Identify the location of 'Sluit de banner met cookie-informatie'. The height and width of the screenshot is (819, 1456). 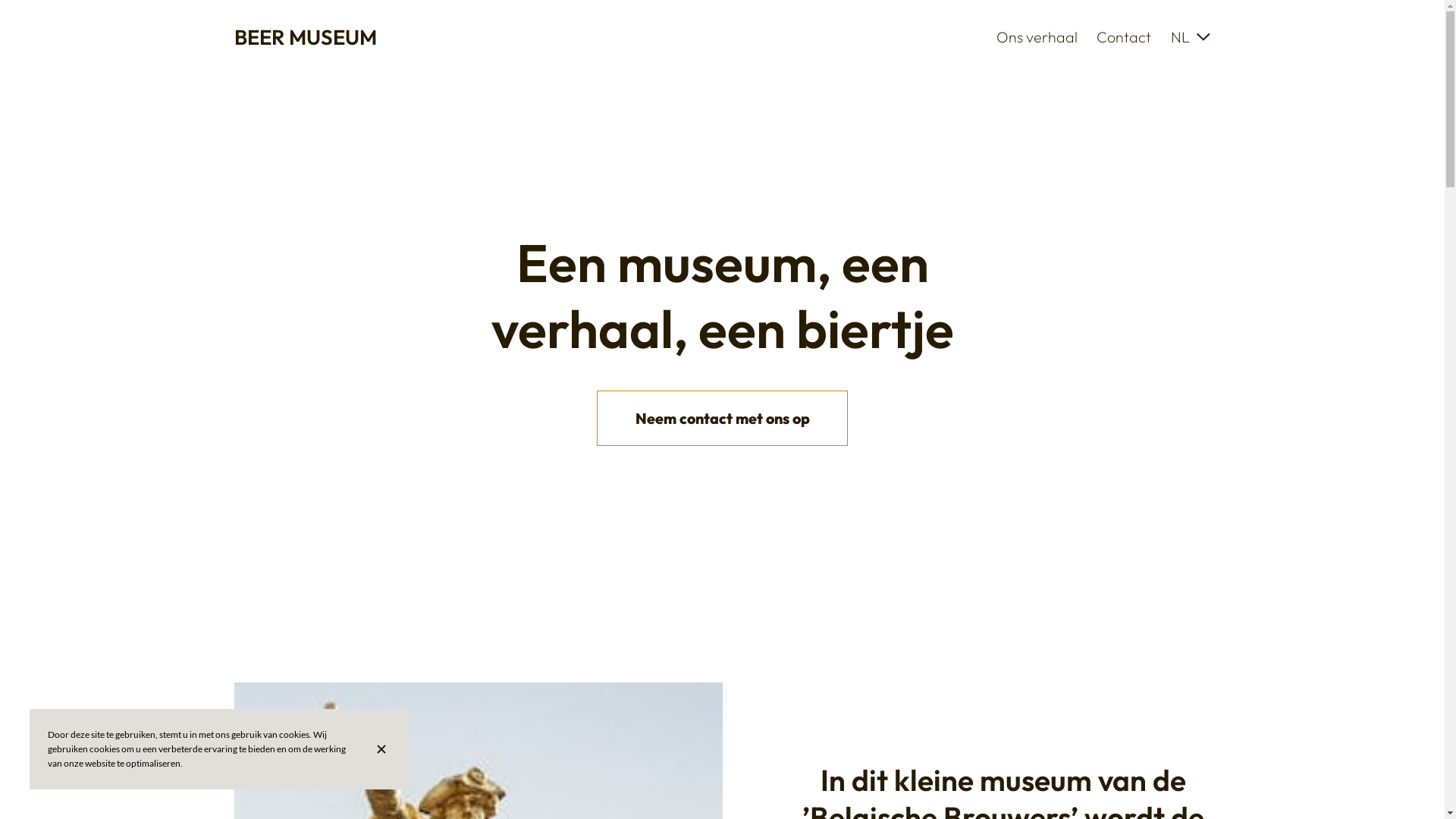
(383, 748).